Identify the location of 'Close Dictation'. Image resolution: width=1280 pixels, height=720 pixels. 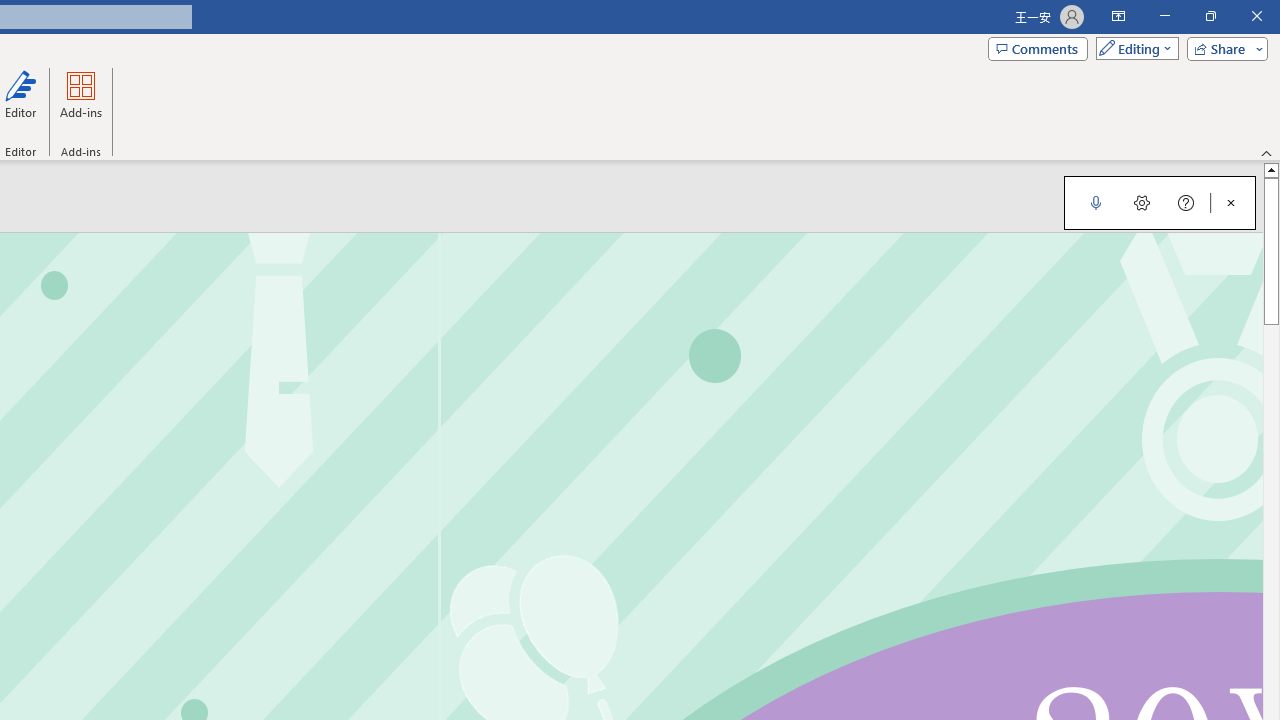
(1230, 203).